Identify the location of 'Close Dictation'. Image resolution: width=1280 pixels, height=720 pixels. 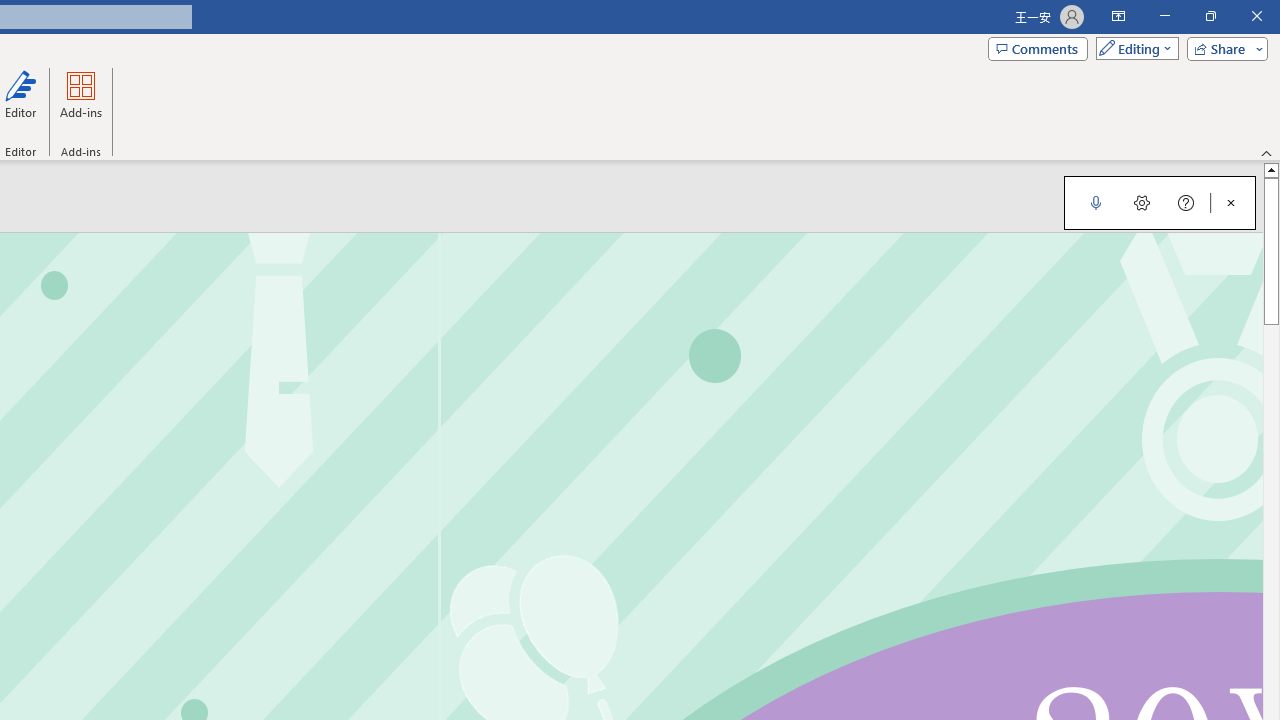
(1230, 203).